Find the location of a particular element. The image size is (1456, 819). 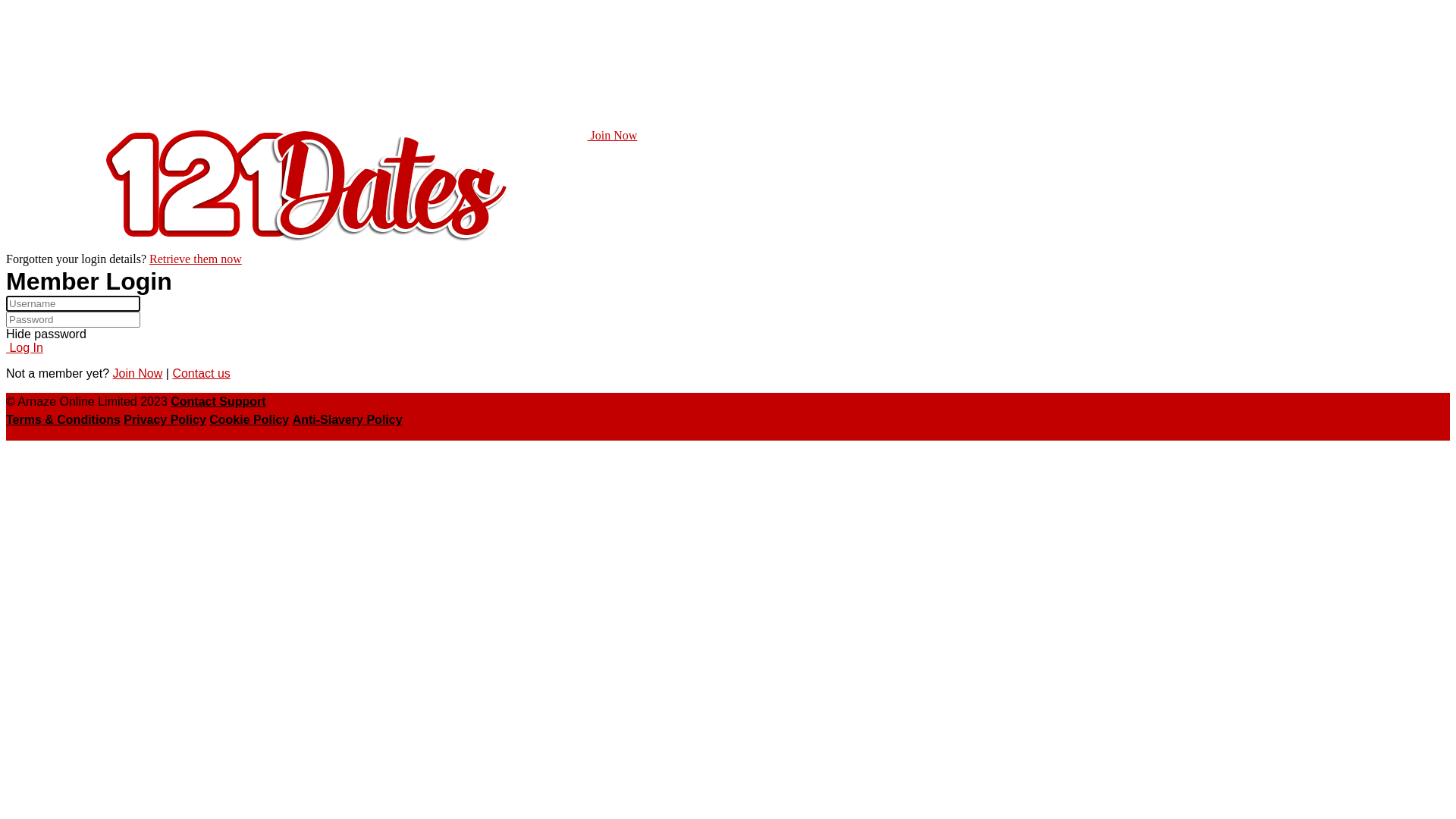

'Contact Support' is located at coordinates (217, 400).